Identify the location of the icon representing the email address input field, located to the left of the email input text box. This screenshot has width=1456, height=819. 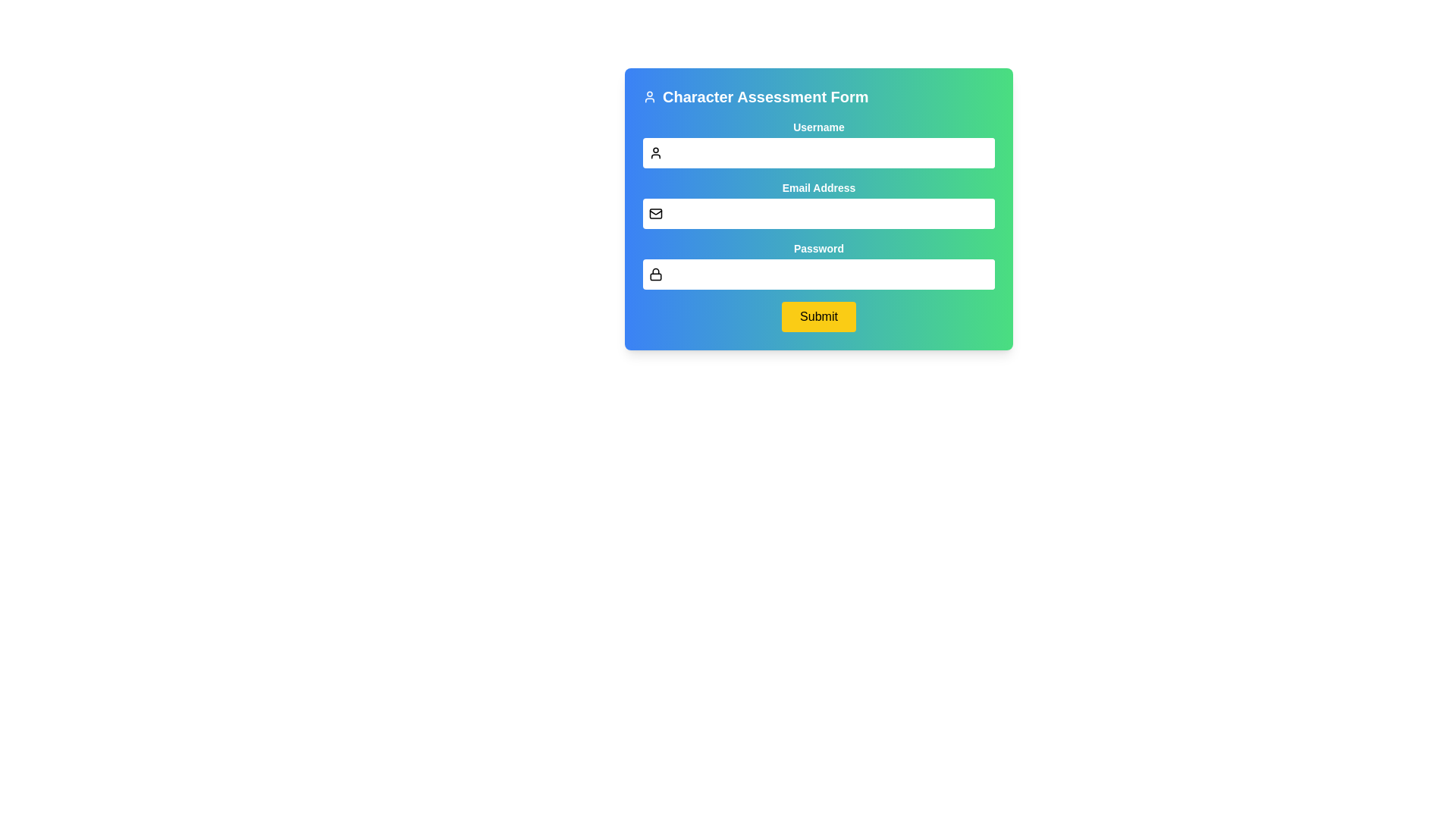
(655, 213).